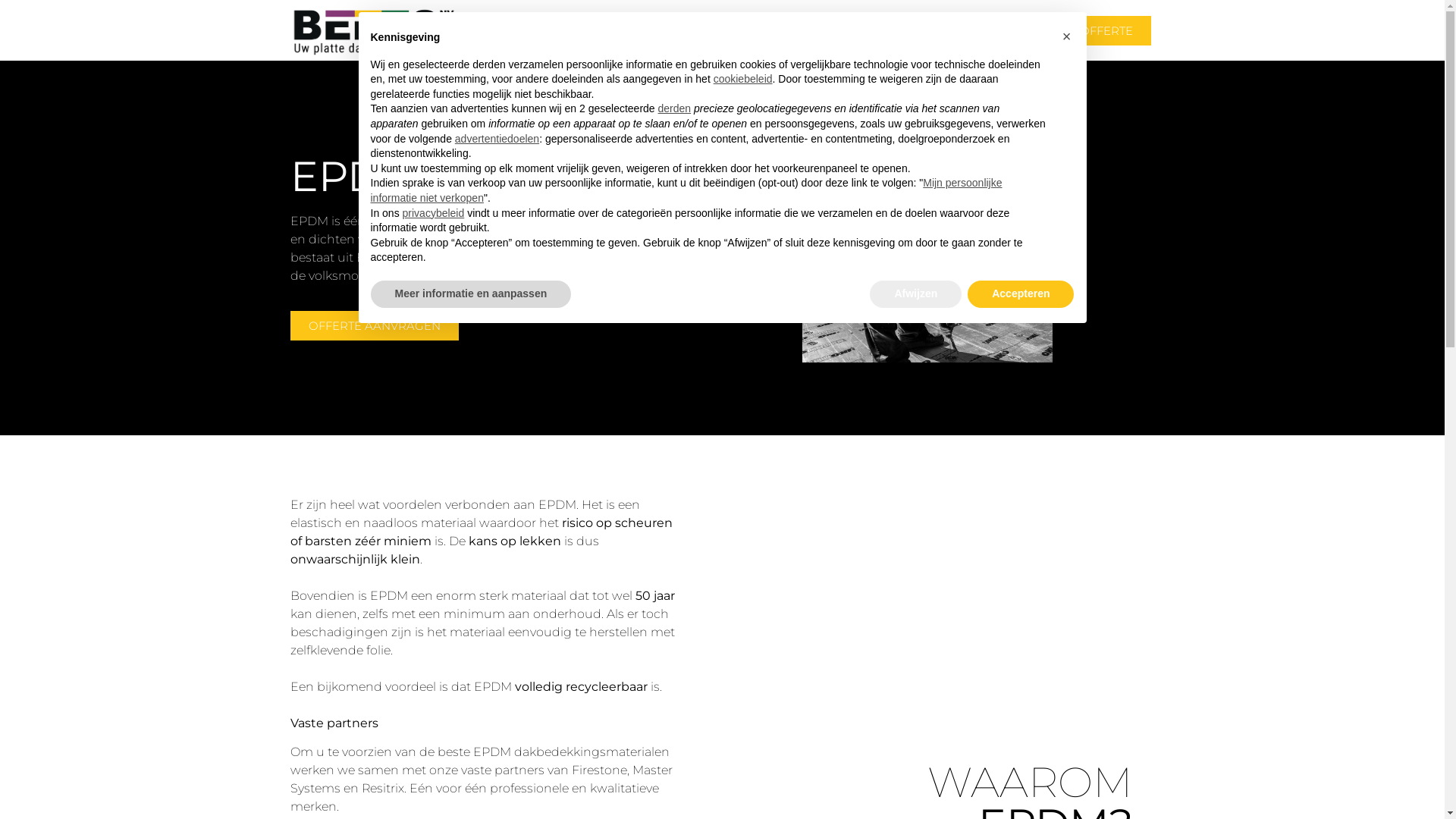  I want to click on 'cookiebeleid', so click(742, 79).